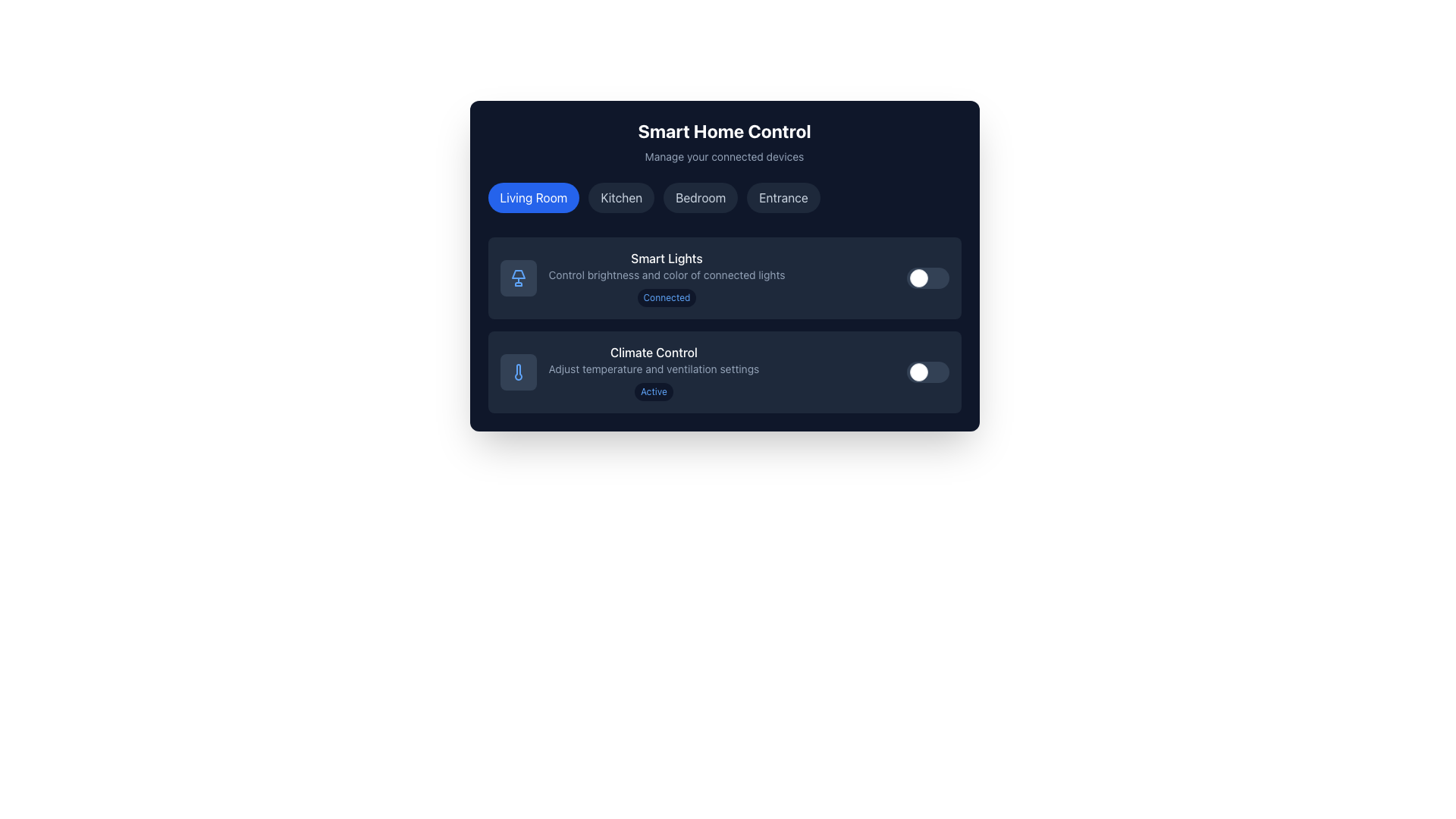  What do you see at coordinates (783, 197) in the screenshot?
I see `the 'Entrance' button in the navigation bar` at bounding box center [783, 197].